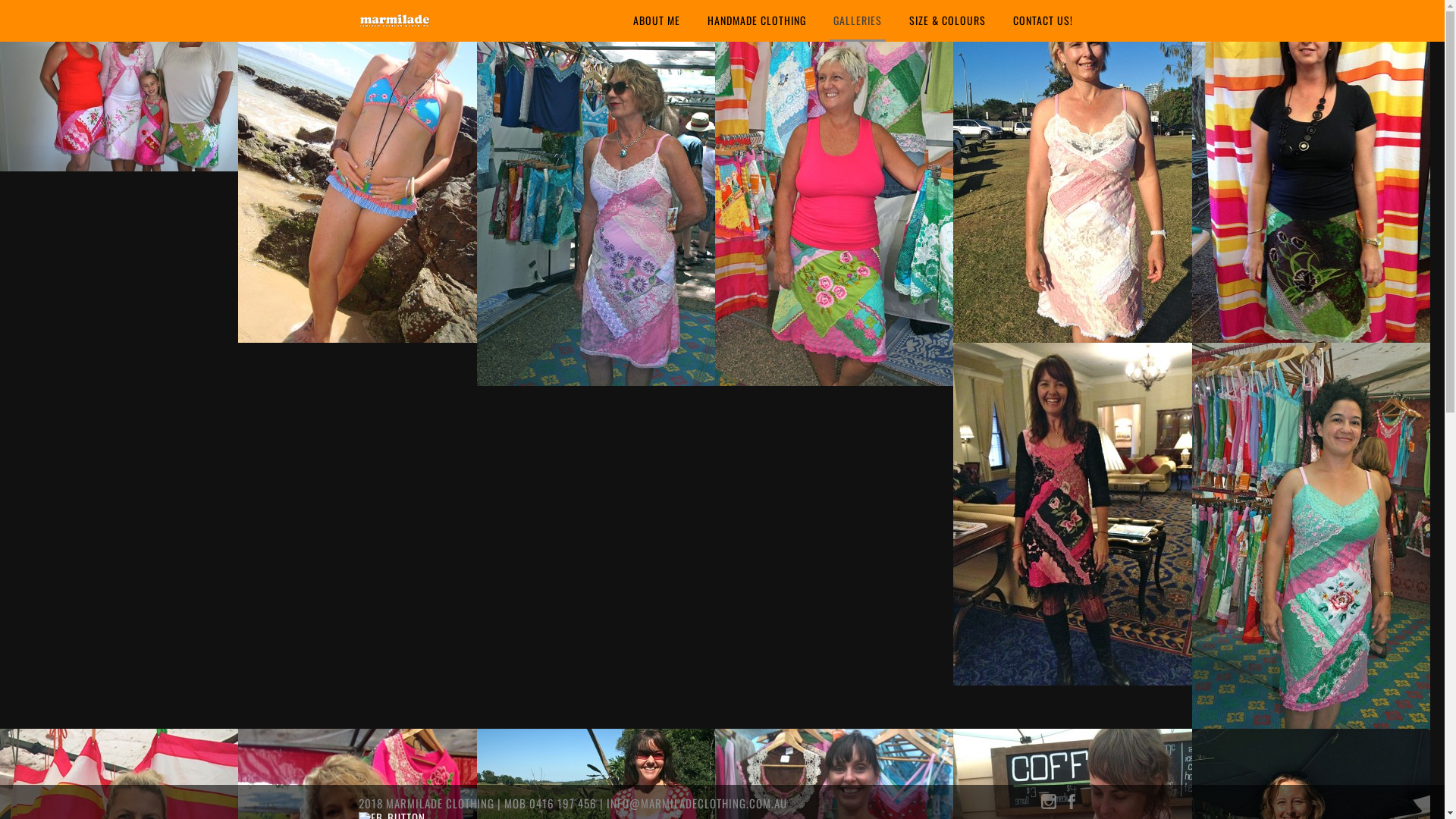 Image resolution: width=1456 pixels, height=819 pixels. Describe the element at coordinates (1069, 804) in the screenshot. I see `'Facebook'` at that location.